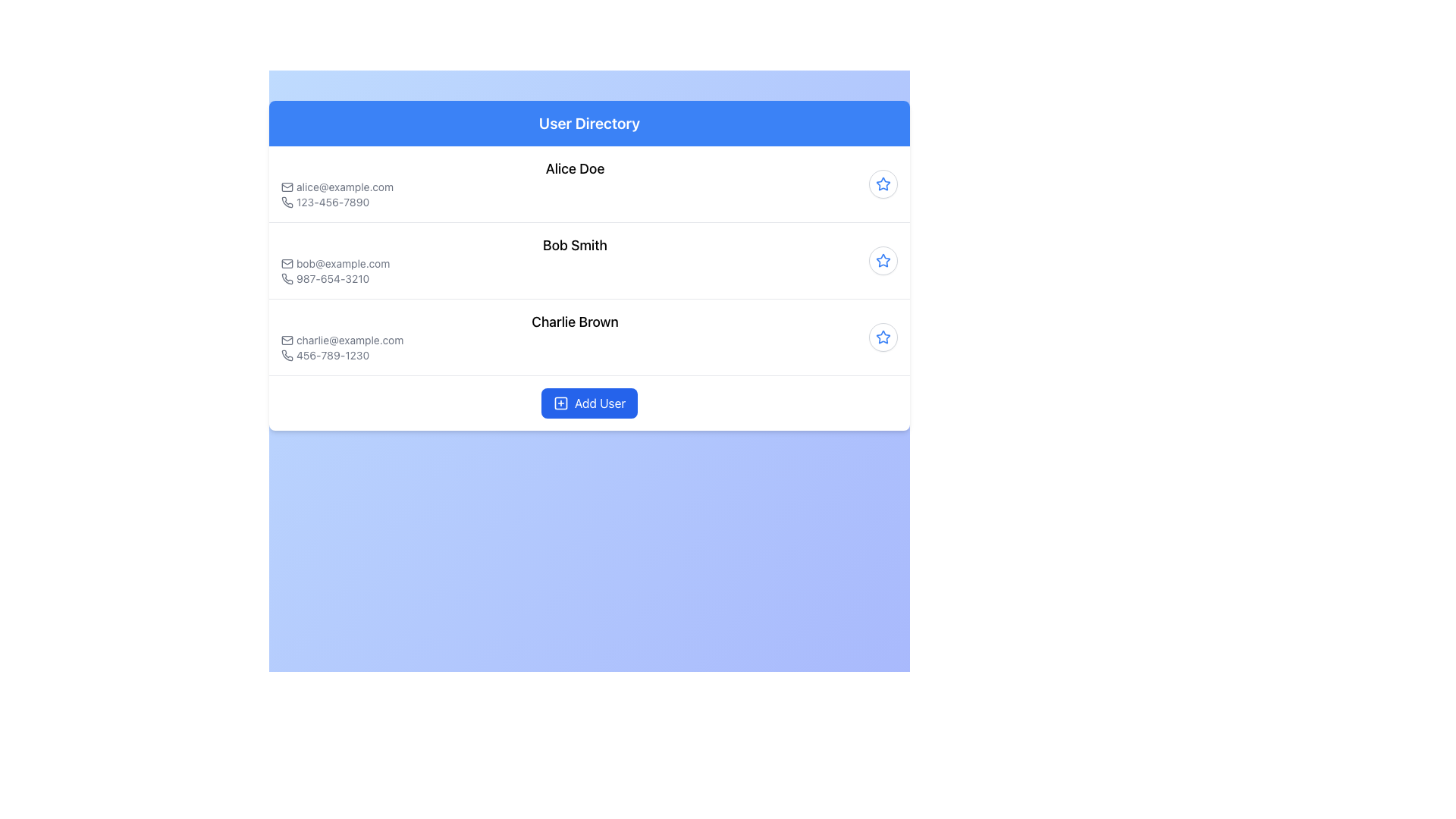  Describe the element at coordinates (883, 259) in the screenshot. I see `the circular button with a white background and a blue star icon located at the right end of the row containing 'Bob Smith' next to '987-654-3210'` at that location.